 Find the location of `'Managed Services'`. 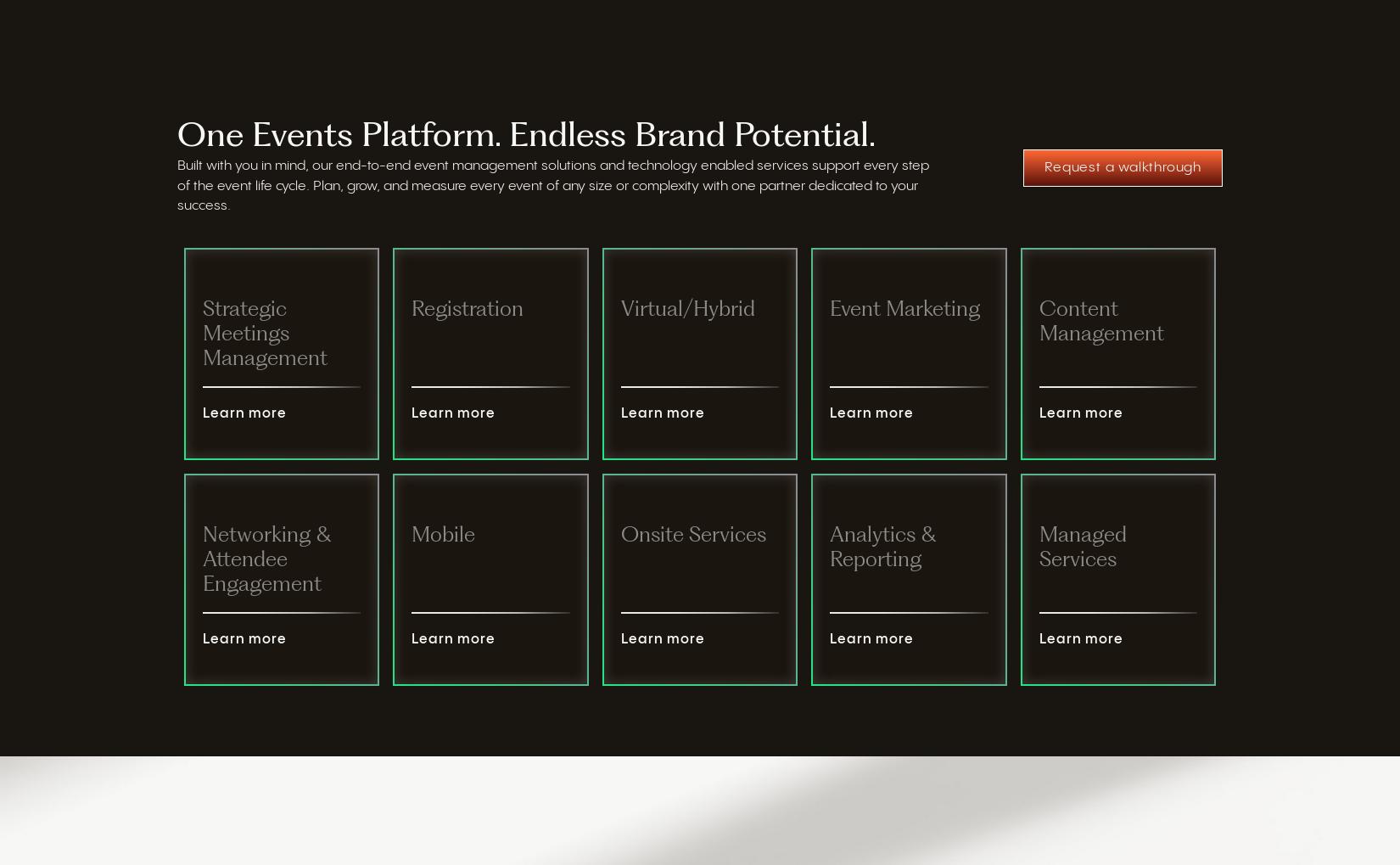

'Managed Services' is located at coordinates (1081, 548).